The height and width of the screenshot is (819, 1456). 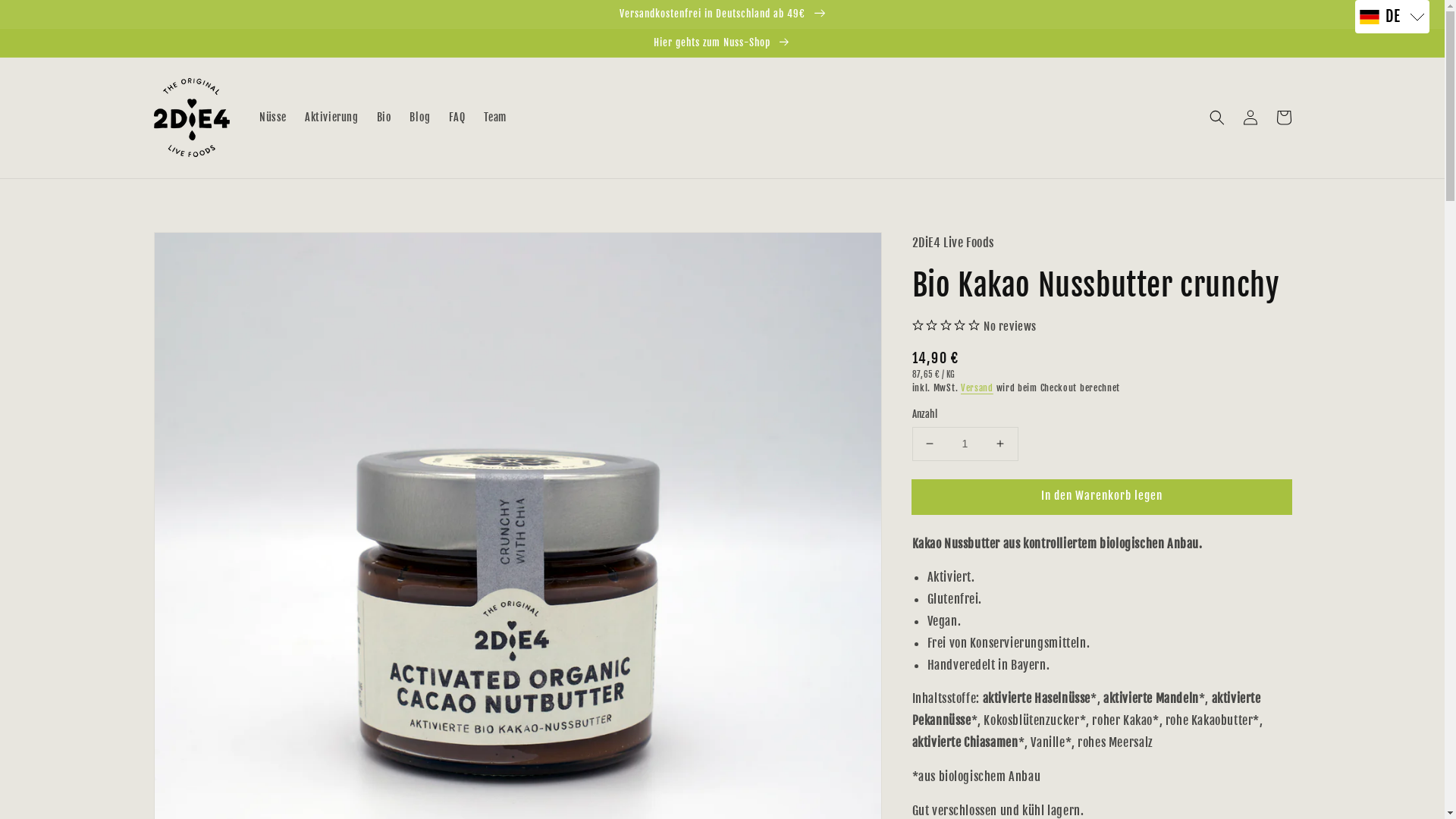 I want to click on 'Aktivierung', so click(x=295, y=116).